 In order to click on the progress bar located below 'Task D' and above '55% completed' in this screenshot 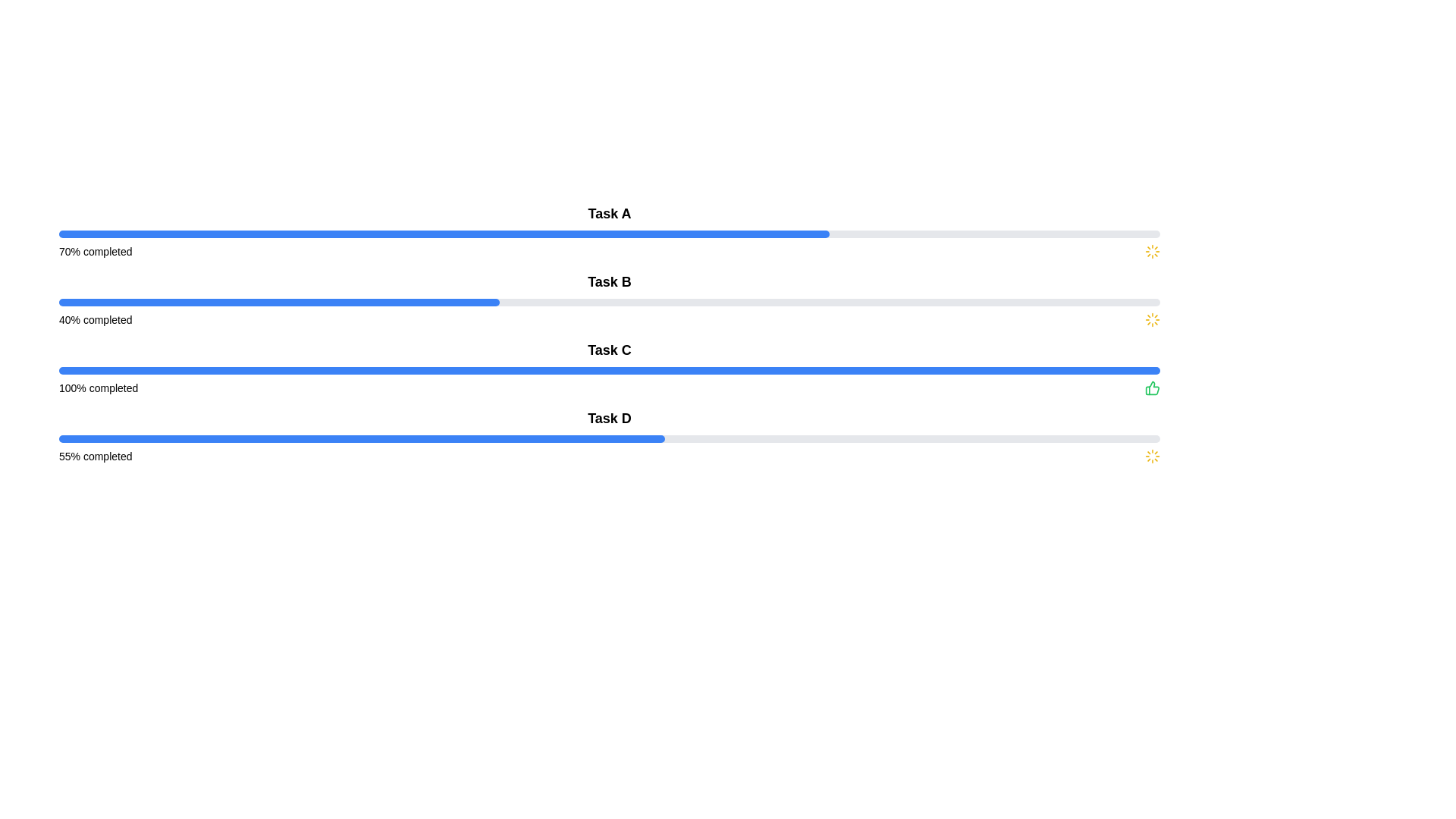, I will do `click(610, 438)`.